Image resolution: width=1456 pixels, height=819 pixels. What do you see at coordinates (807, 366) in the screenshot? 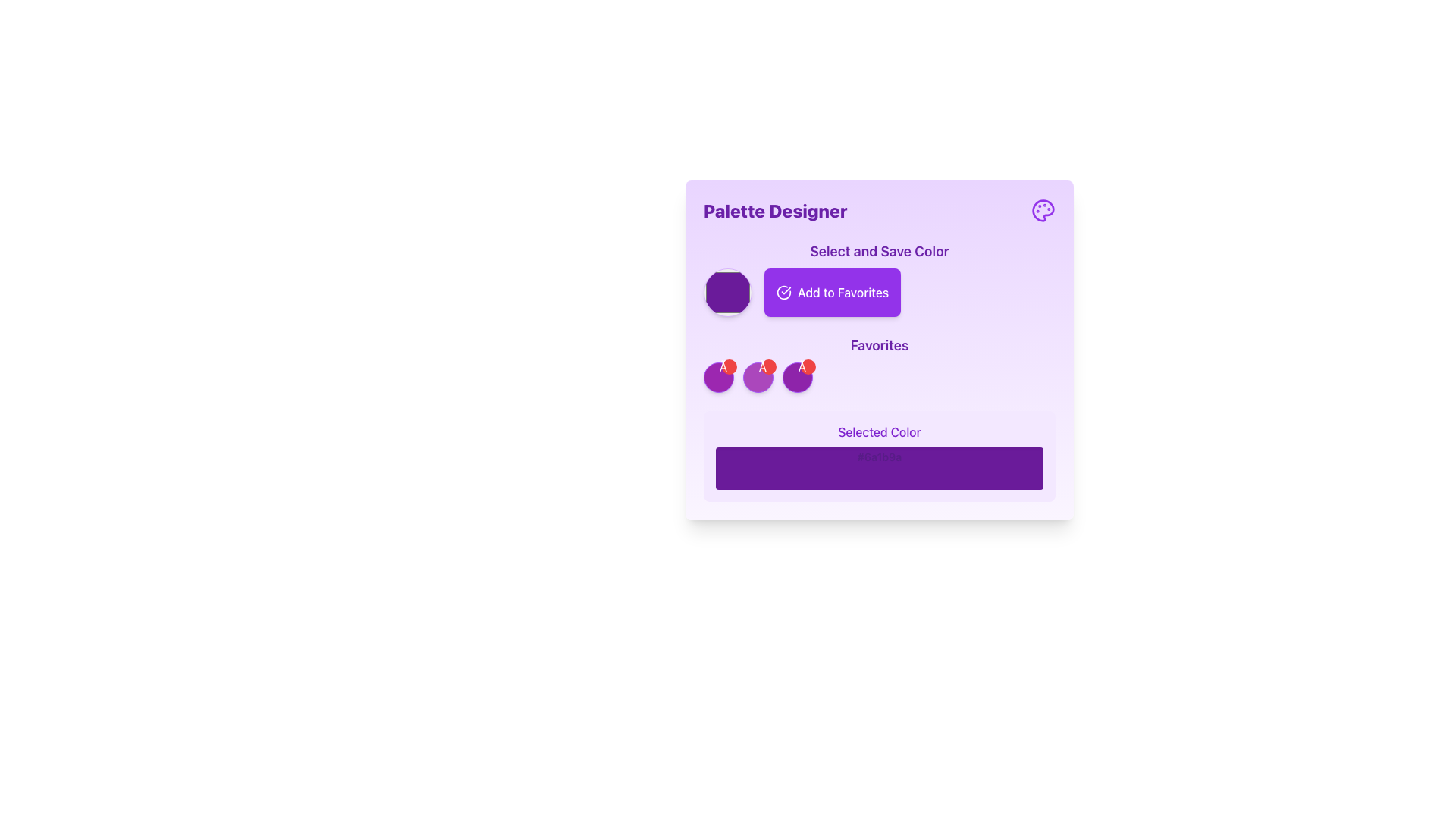
I see `the small red circular button with a white '×' symbol located at the top-right corner of the purple circular component` at bounding box center [807, 366].